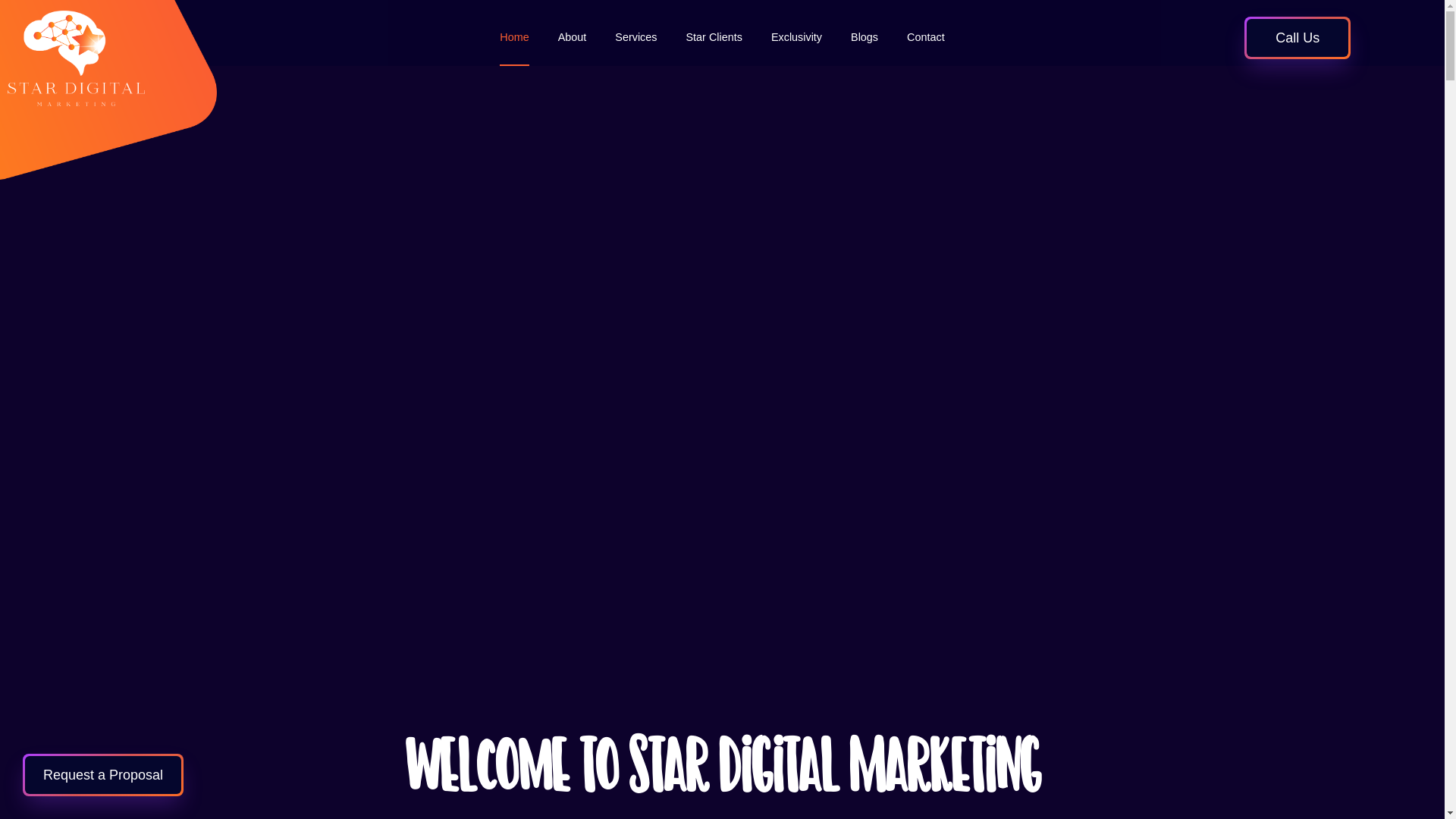  What do you see at coordinates (513, 36) in the screenshot?
I see `'Home'` at bounding box center [513, 36].